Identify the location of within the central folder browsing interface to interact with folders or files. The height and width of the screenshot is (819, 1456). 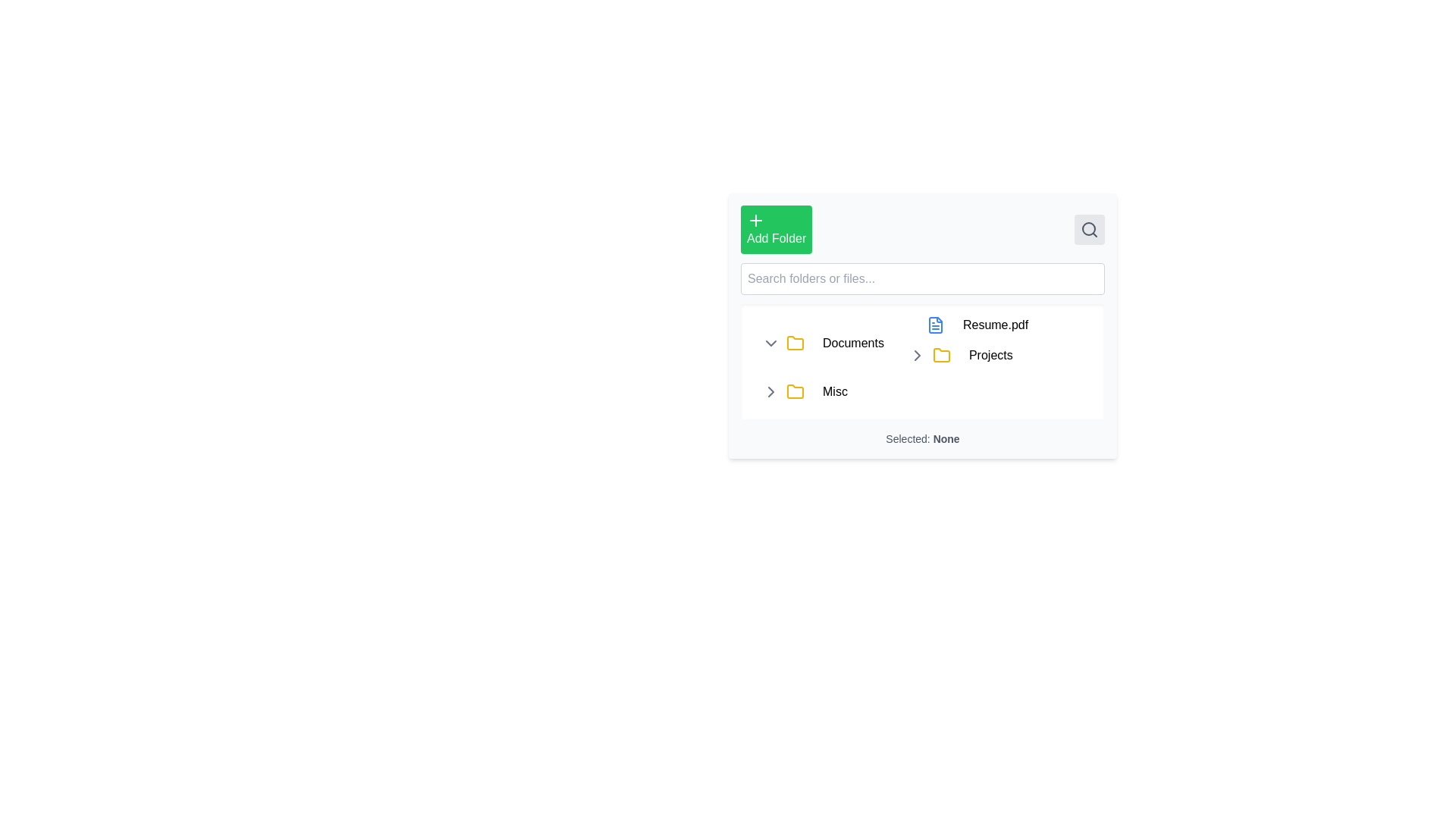
(922, 325).